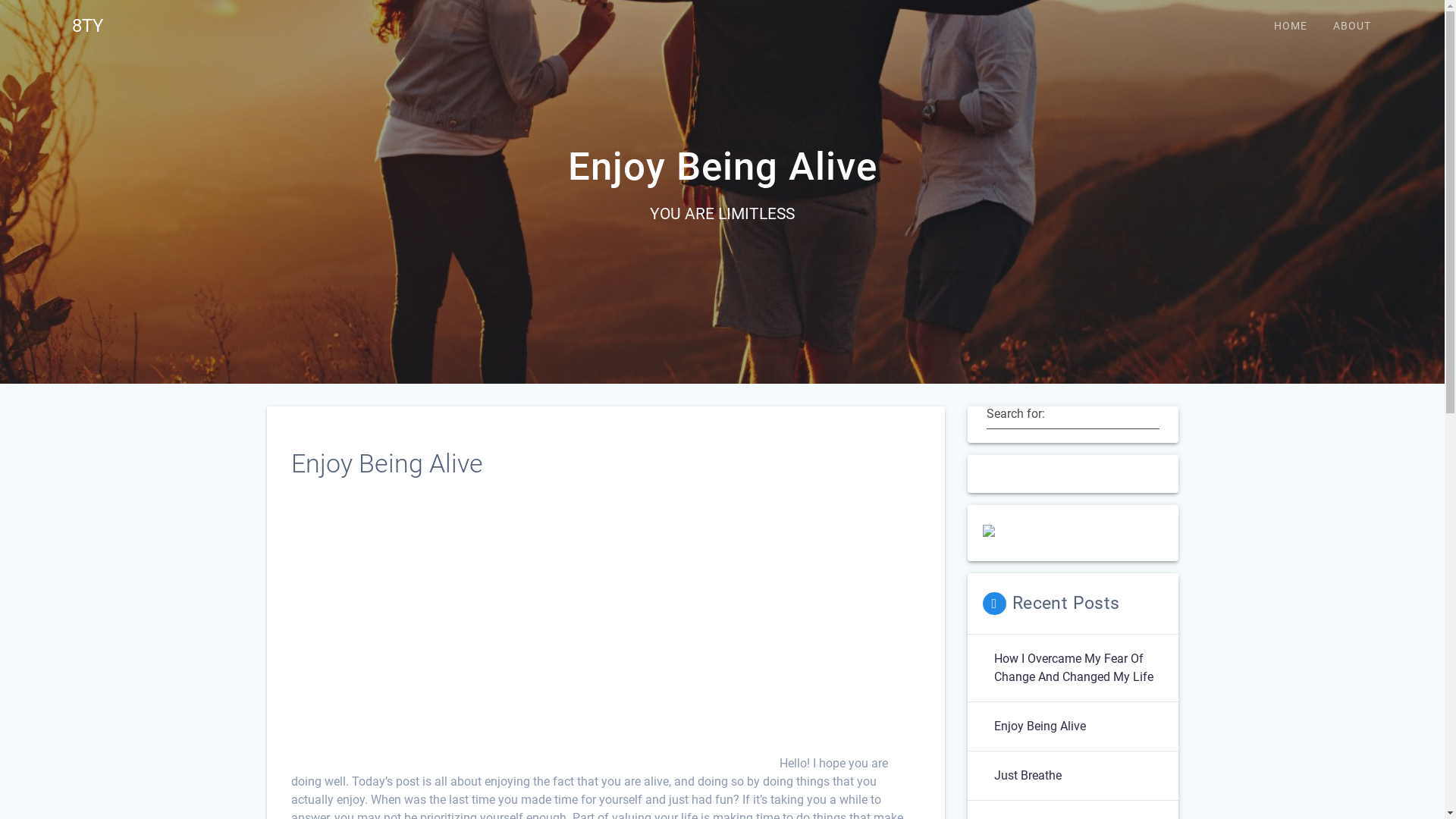 Image resolution: width=1456 pixels, height=819 pixels. Describe the element at coordinates (86, 26) in the screenshot. I see `'8TY'` at that location.